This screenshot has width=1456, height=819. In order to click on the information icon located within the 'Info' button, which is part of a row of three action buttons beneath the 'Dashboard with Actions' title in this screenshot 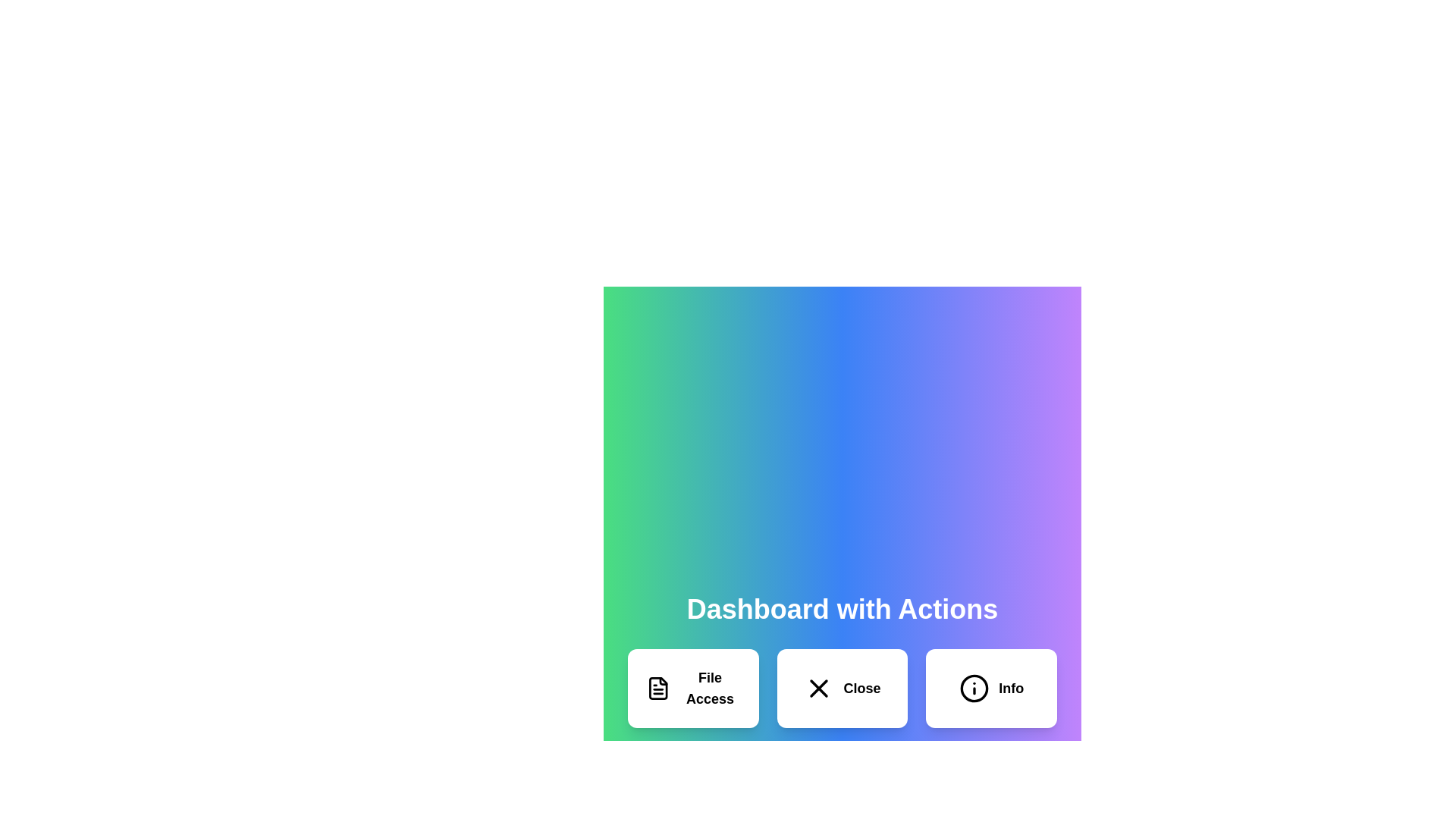, I will do `click(974, 688)`.